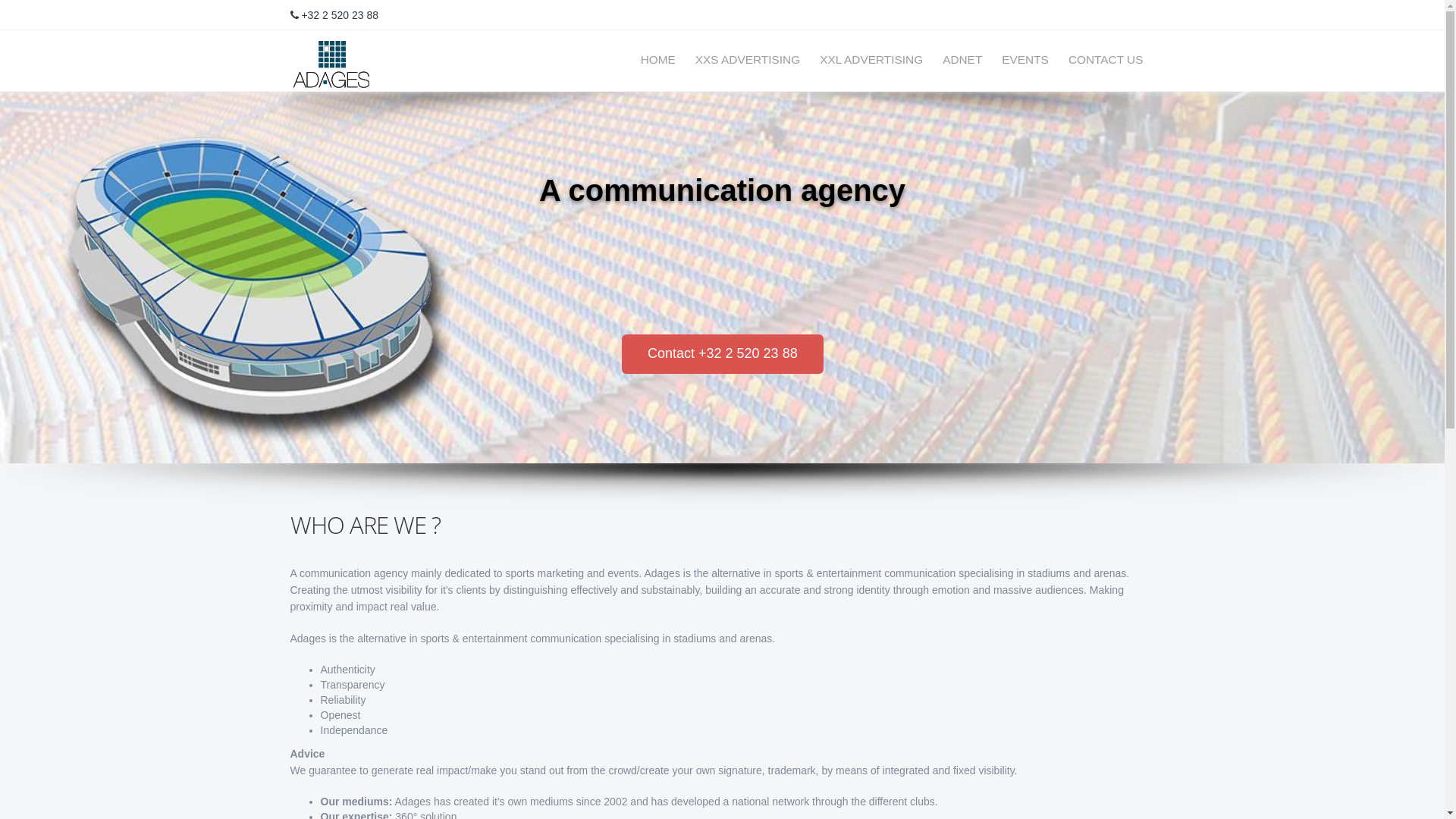 This screenshot has height=819, width=1456. Describe the element at coordinates (722, 353) in the screenshot. I see `'Contact +32 2 520 23 88'` at that location.